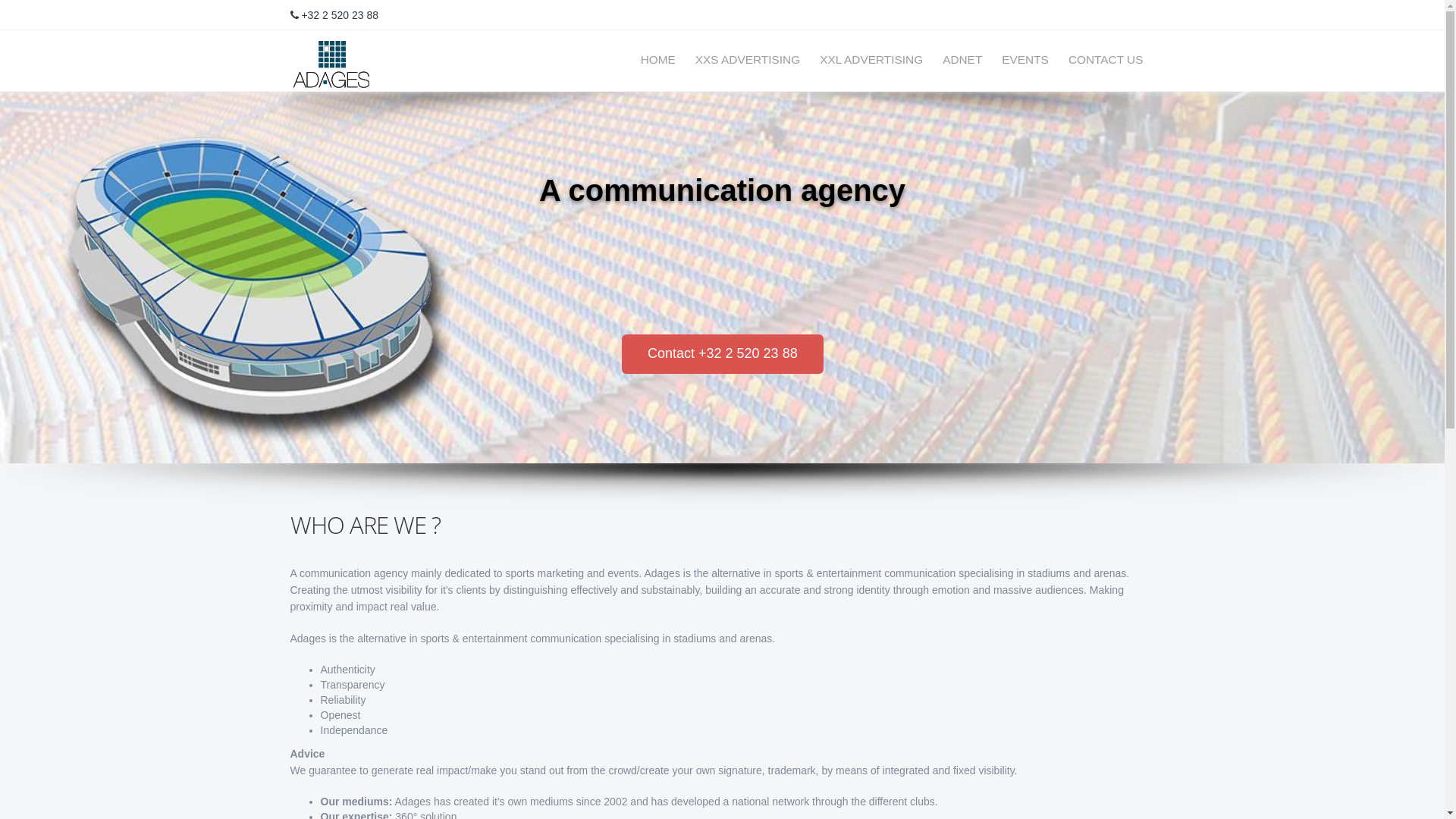 This screenshot has height=819, width=1456. Describe the element at coordinates (722, 353) in the screenshot. I see `'Contact +32 2 520 23 88'` at that location.